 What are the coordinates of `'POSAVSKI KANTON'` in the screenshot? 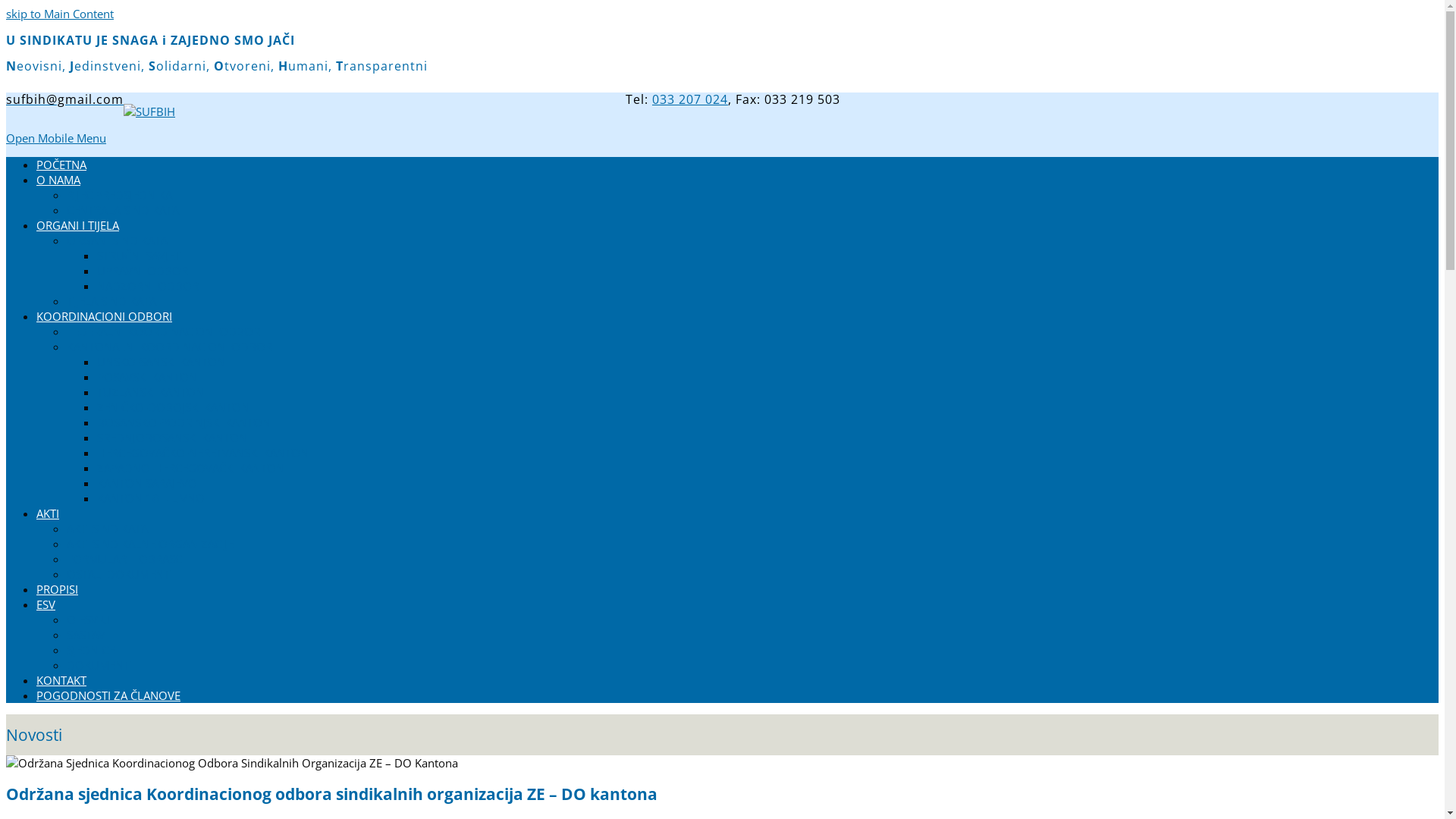 It's located at (146, 376).